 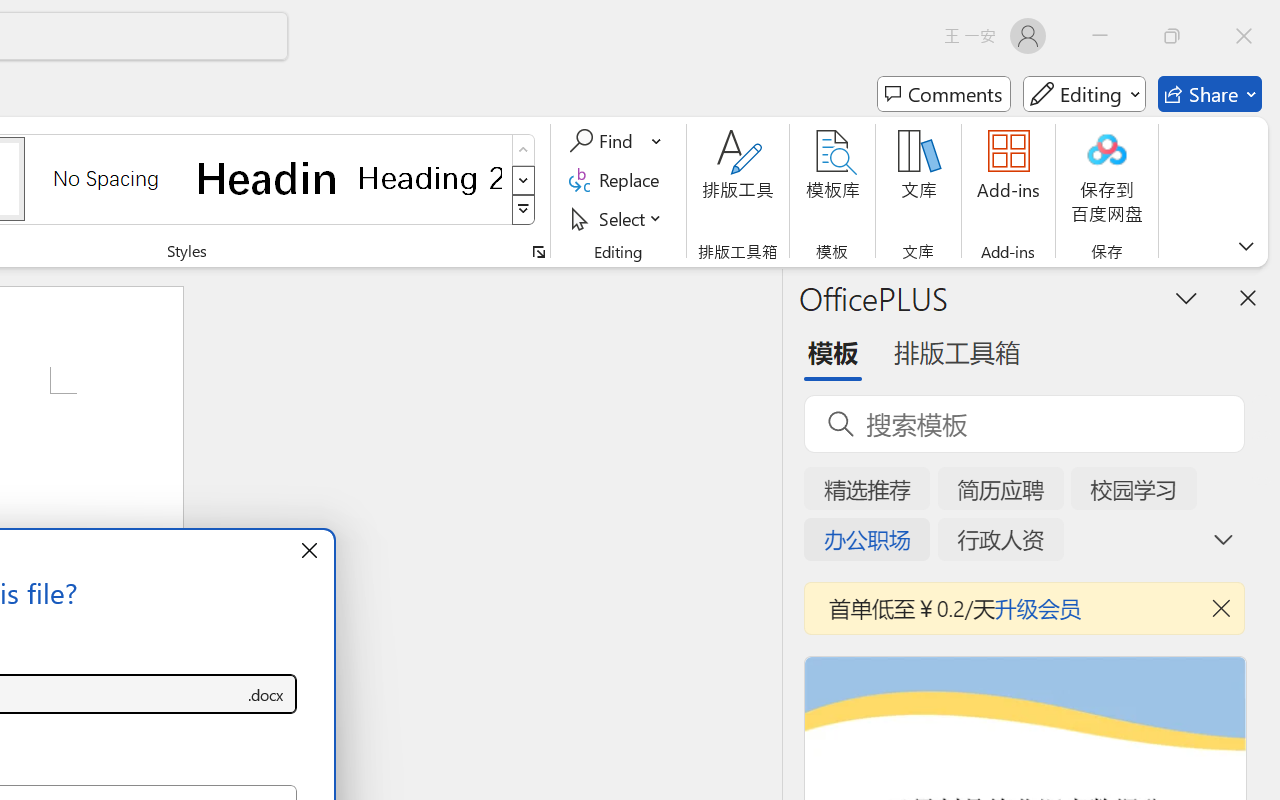 I want to click on 'Class: NetUIImage', so click(x=524, y=210).